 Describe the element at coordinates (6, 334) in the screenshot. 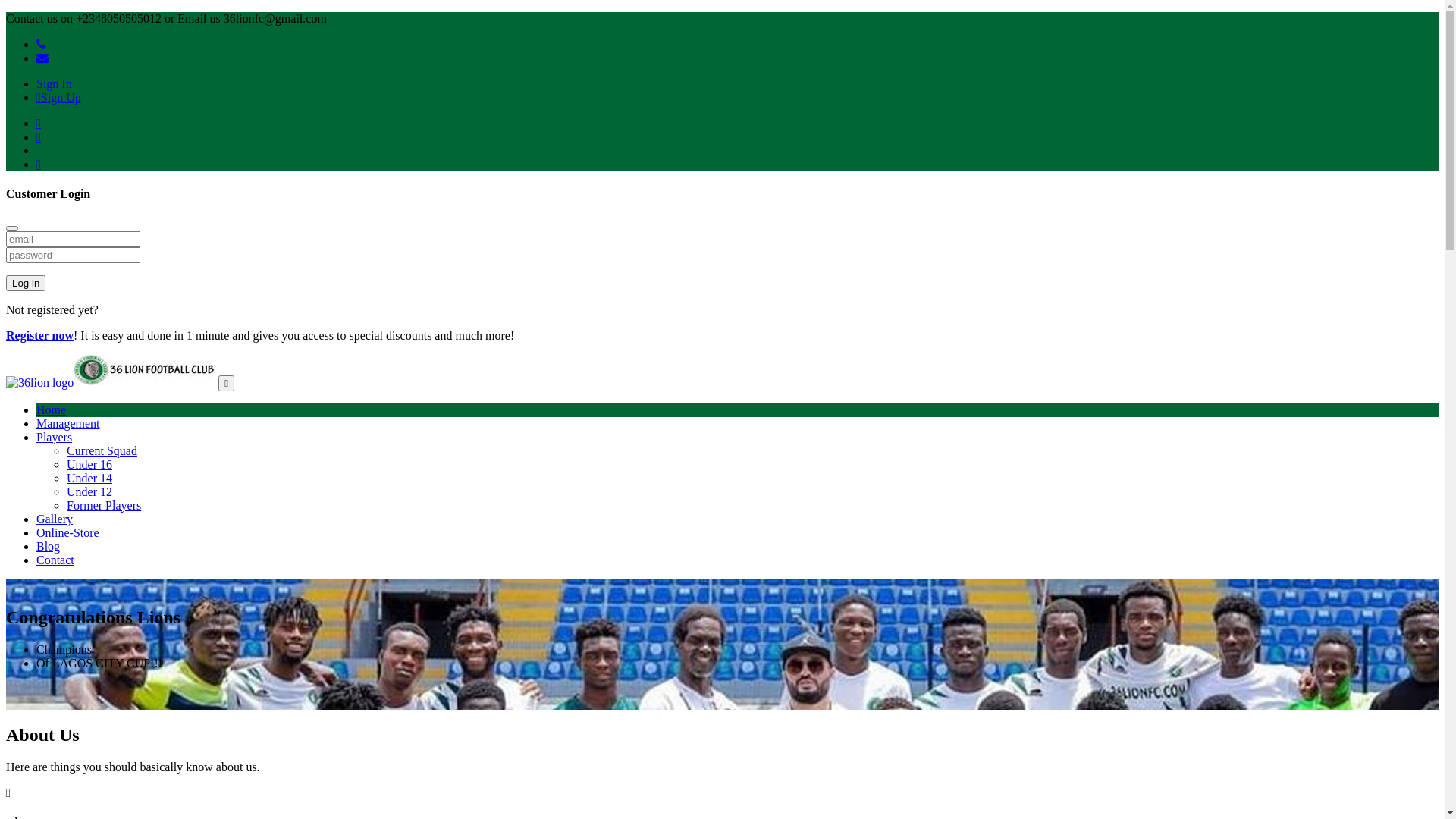

I see `'Register now'` at that location.